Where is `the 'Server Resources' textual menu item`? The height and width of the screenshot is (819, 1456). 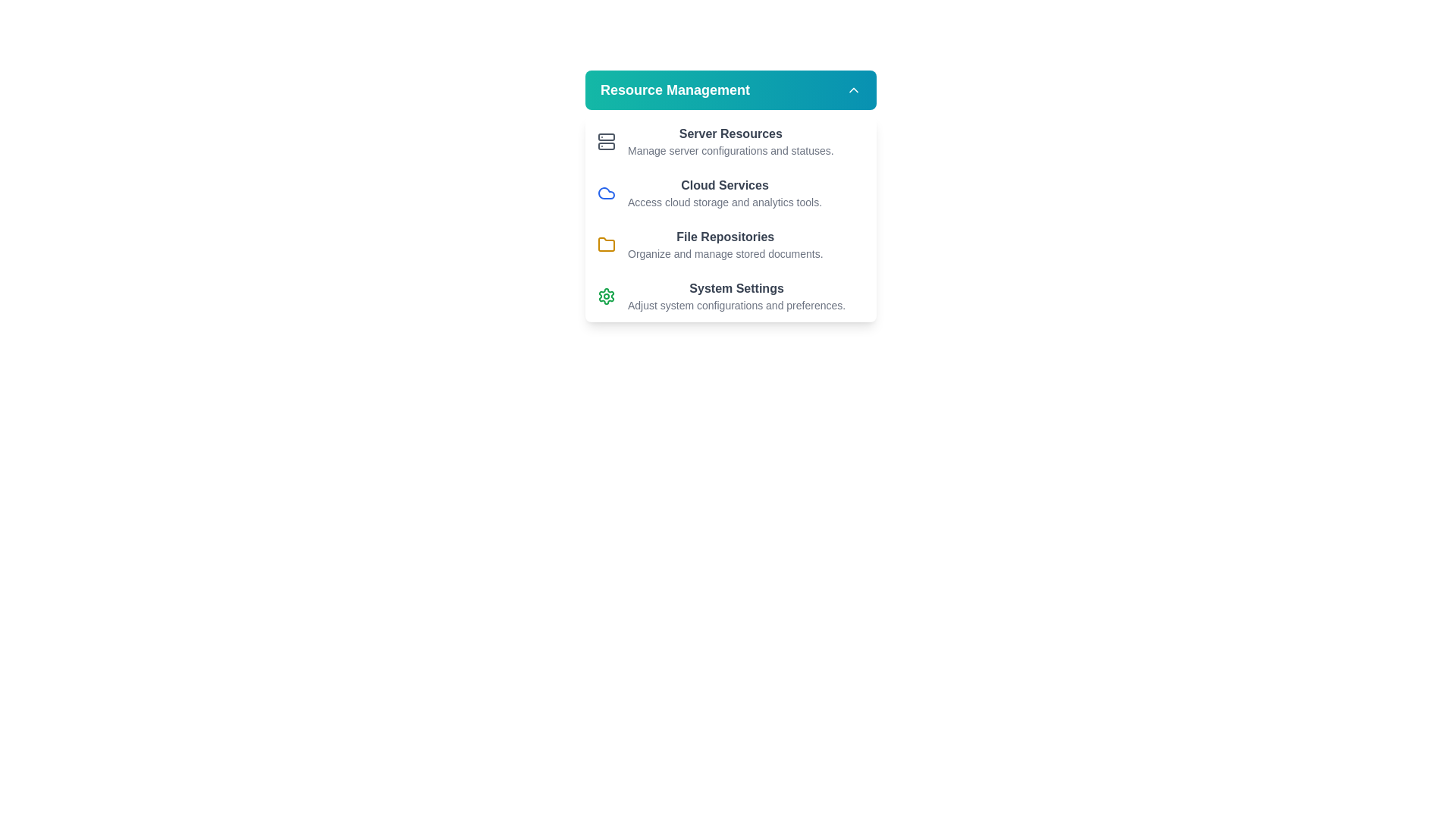 the 'Server Resources' textual menu item is located at coordinates (730, 141).